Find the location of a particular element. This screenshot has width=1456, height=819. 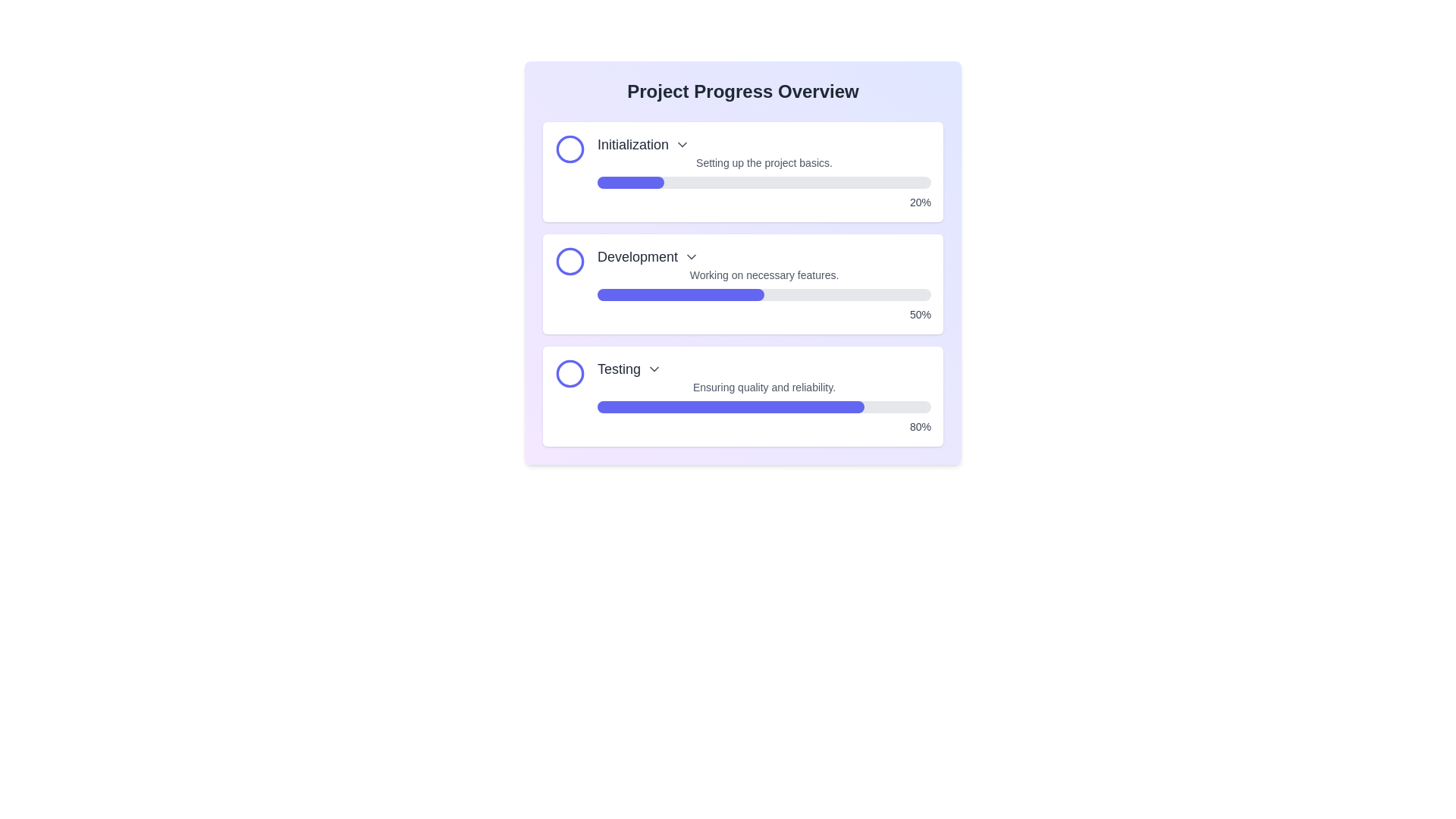

the Progress card, which visually represents the development phase progress and is the second card in a vertically stacked group is located at coordinates (742, 284).